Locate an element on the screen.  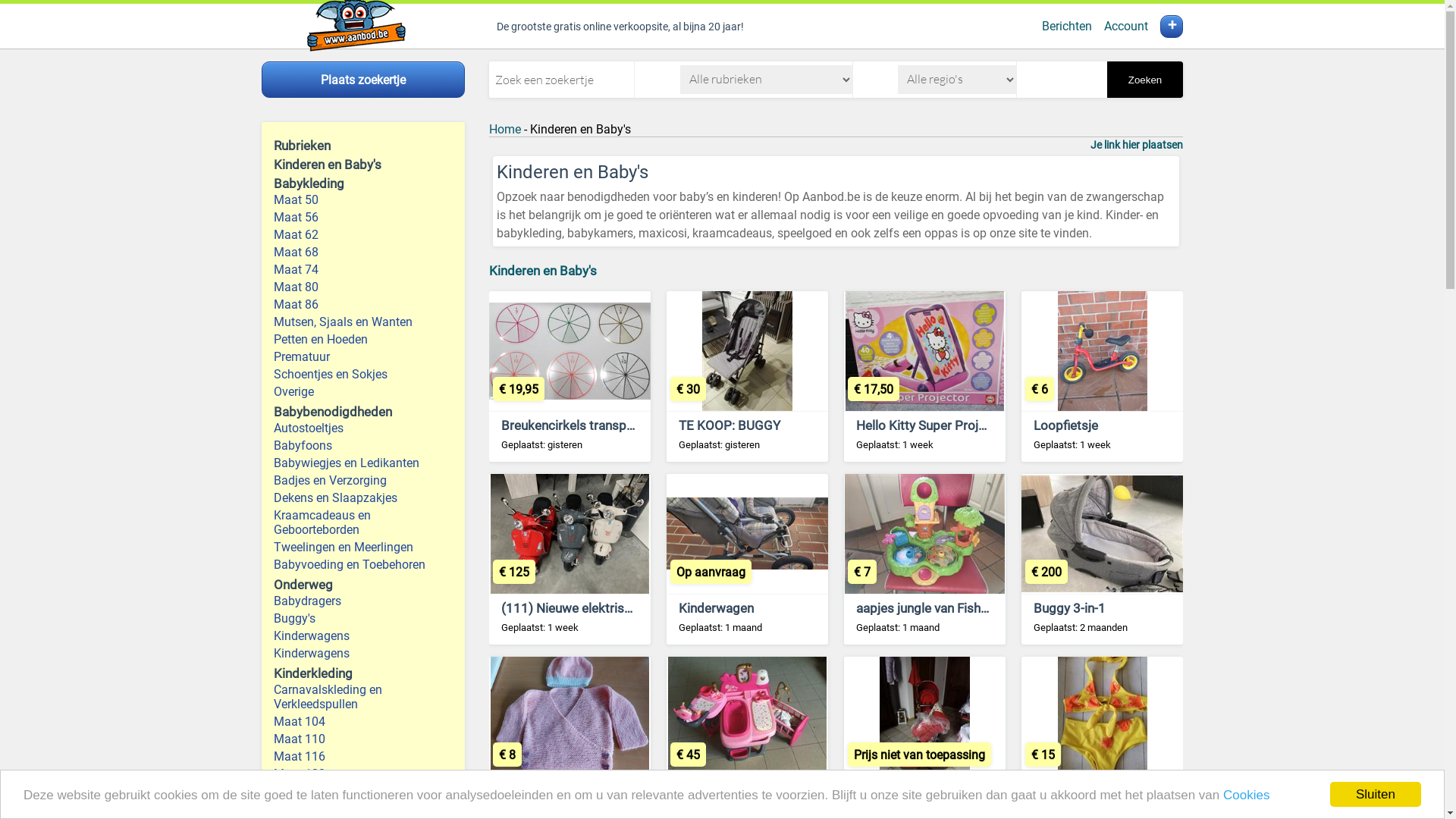
'+' is located at coordinates (1171, 26).